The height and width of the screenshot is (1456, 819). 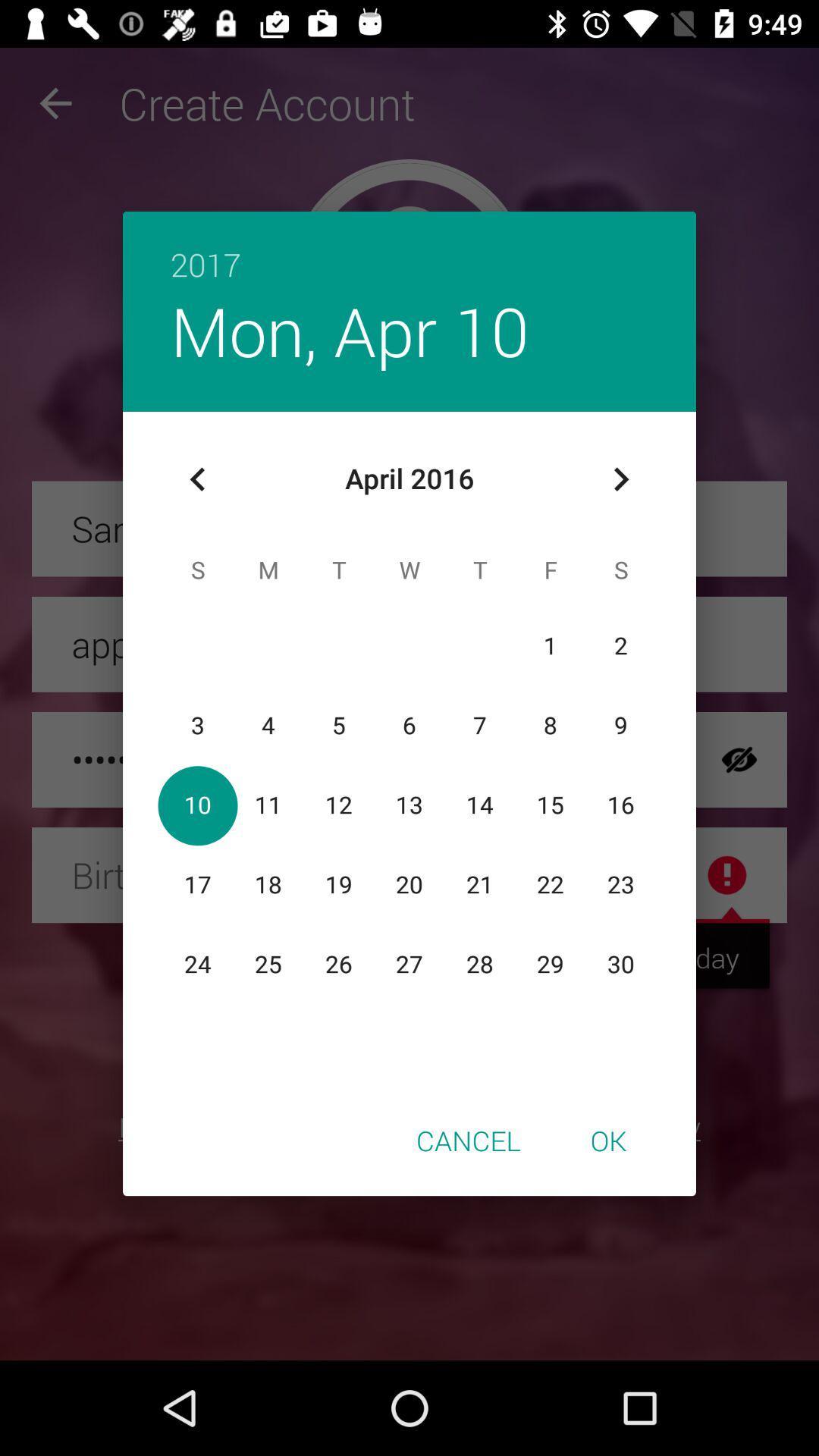 What do you see at coordinates (620, 479) in the screenshot?
I see `the icon at the top right corner` at bounding box center [620, 479].